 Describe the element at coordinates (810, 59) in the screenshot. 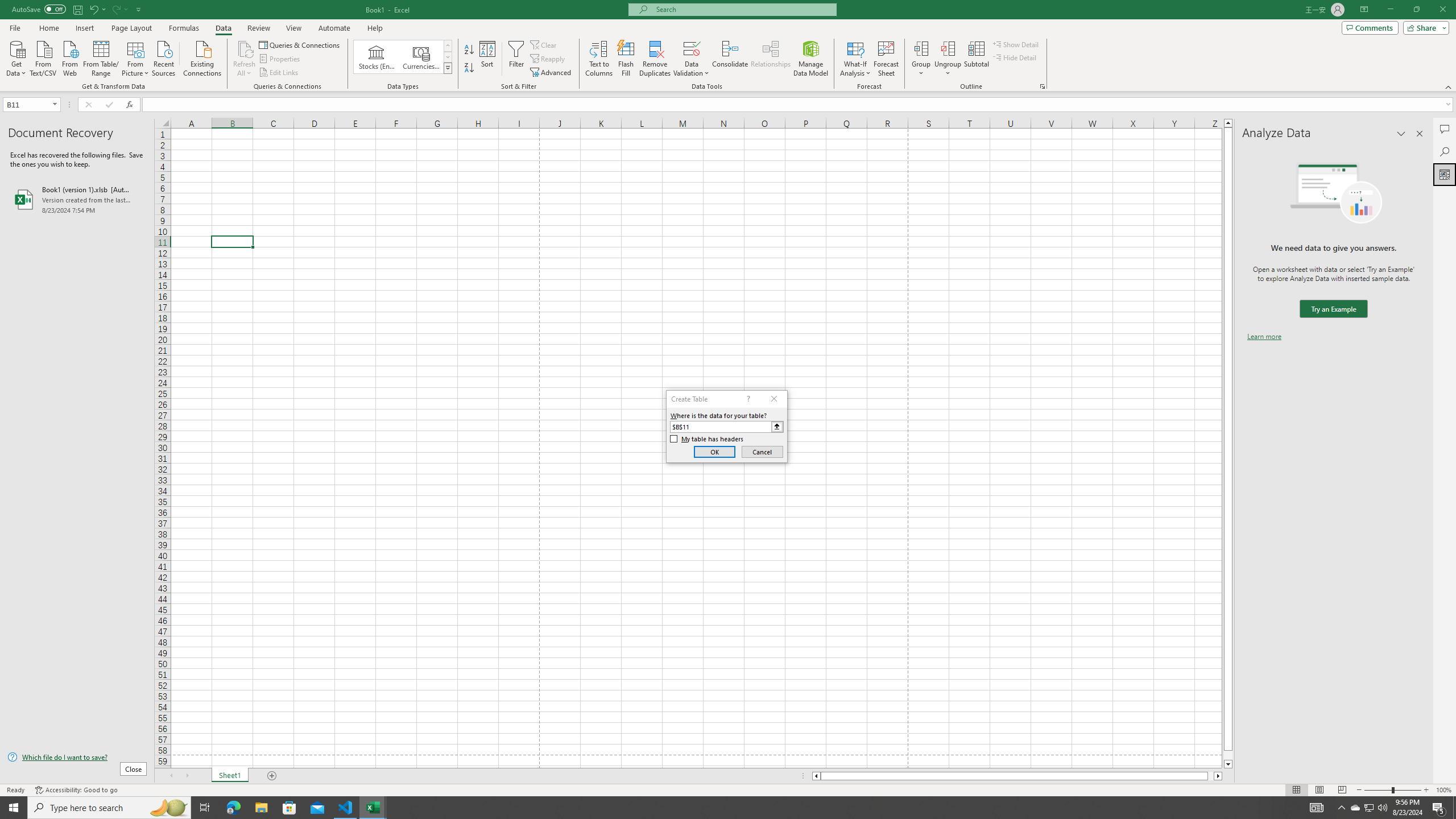

I see `'Manage Data Model'` at that location.